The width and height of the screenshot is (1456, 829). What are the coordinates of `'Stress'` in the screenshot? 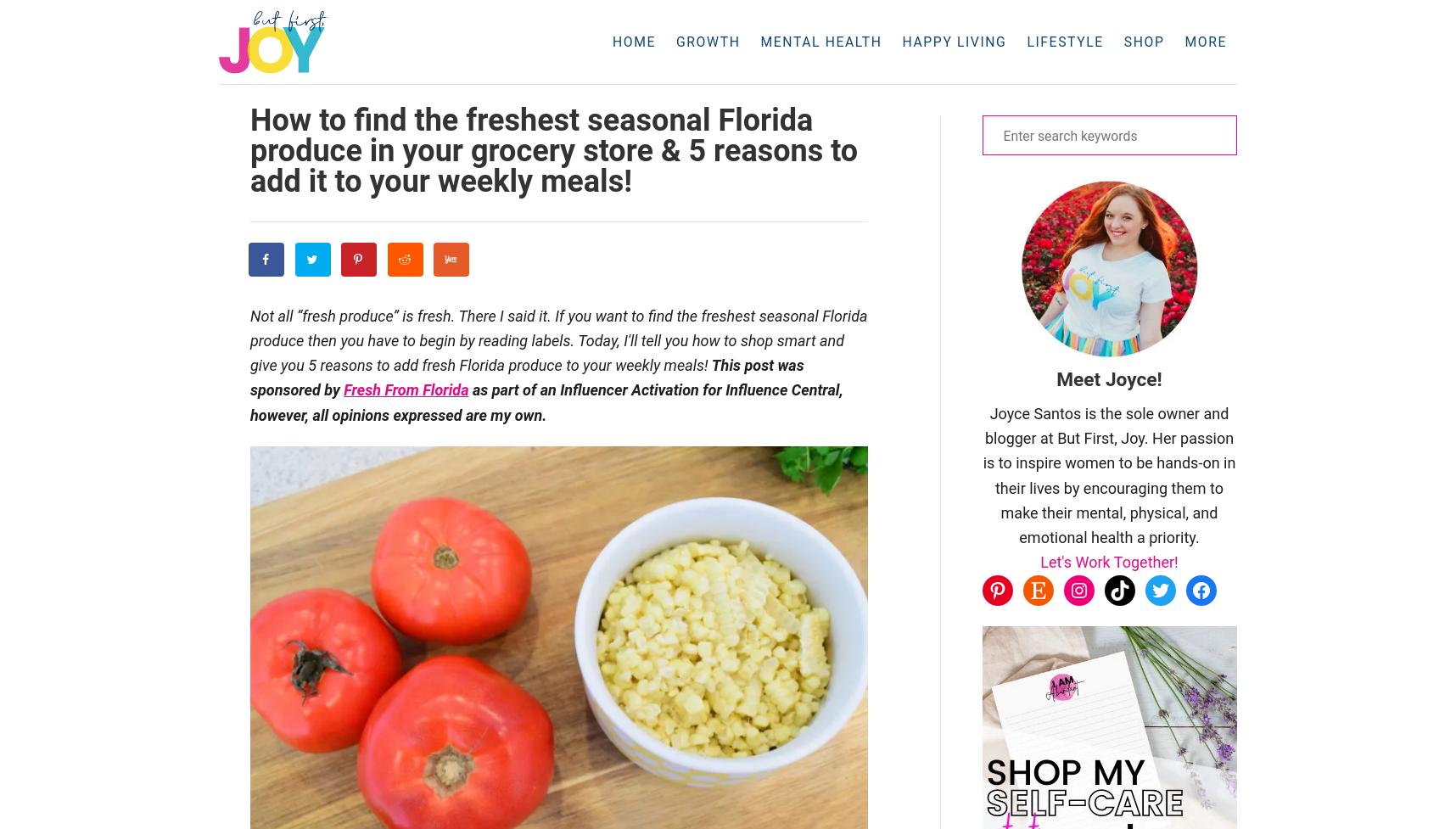 It's located at (798, 119).